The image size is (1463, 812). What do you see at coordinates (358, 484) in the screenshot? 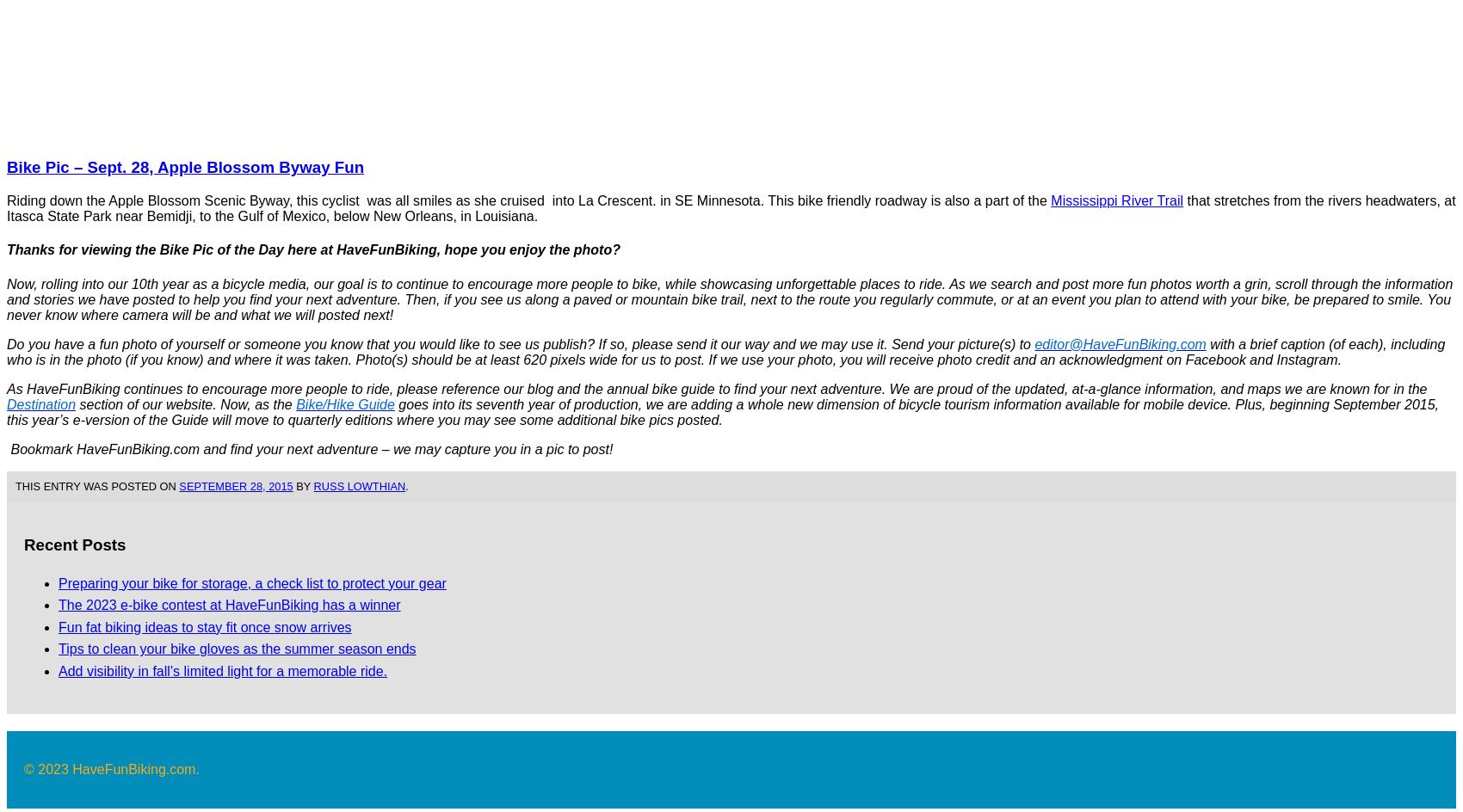
I see `'Russ Lowthian'` at bounding box center [358, 484].